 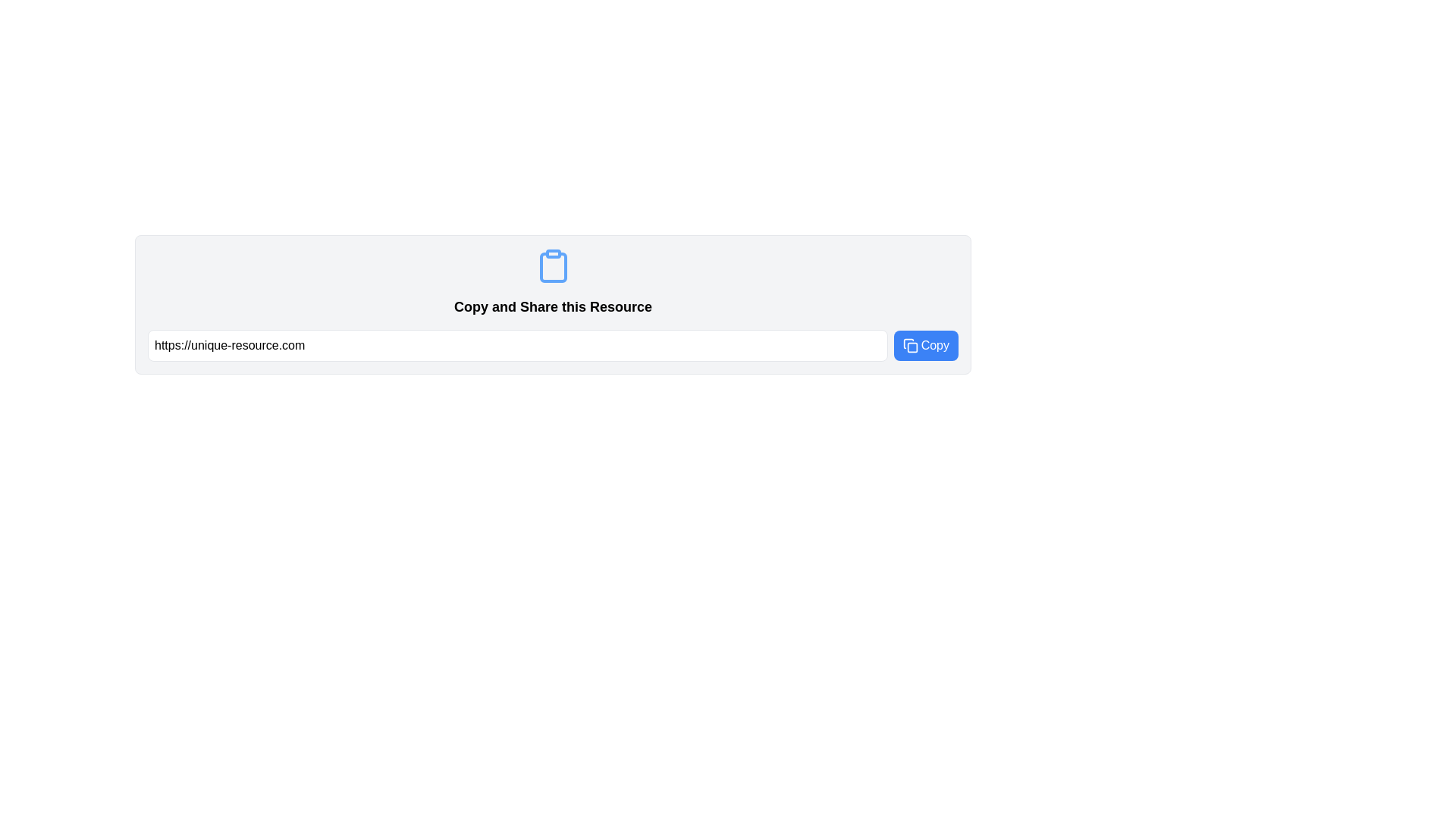 I want to click on the small square with rounded corners, styled with a blue border and light blue fill, located in the top-right corner of the clipboard icon, near the 'Copy' button, so click(x=912, y=347).